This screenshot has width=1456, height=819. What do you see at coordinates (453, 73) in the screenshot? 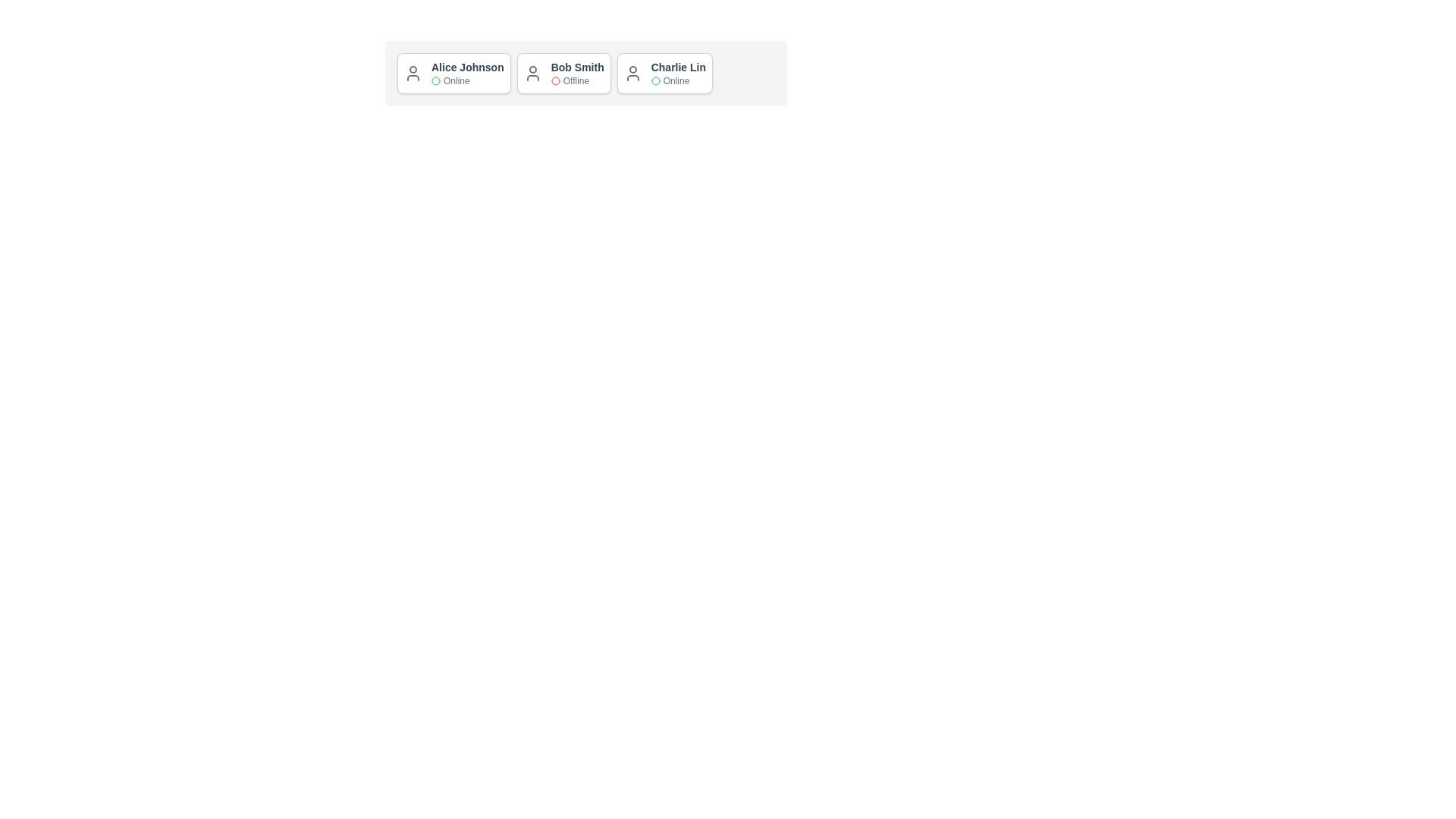
I see `the card of Alice Johnson to highlight it` at bounding box center [453, 73].